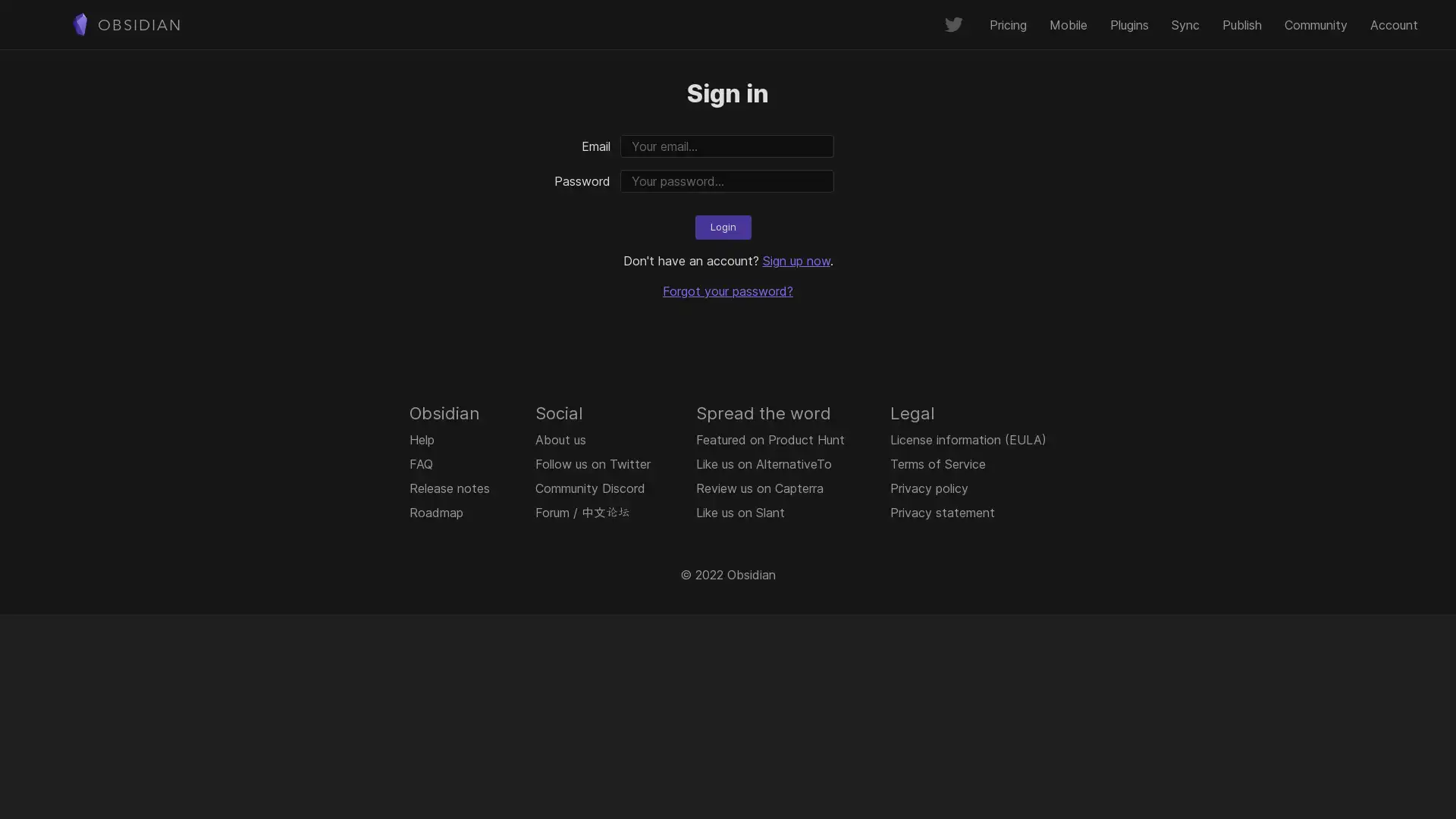 This screenshot has width=1456, height=819. Describe the element at coordinates (723, 227) in the screenshot. I see `Login` at that location.